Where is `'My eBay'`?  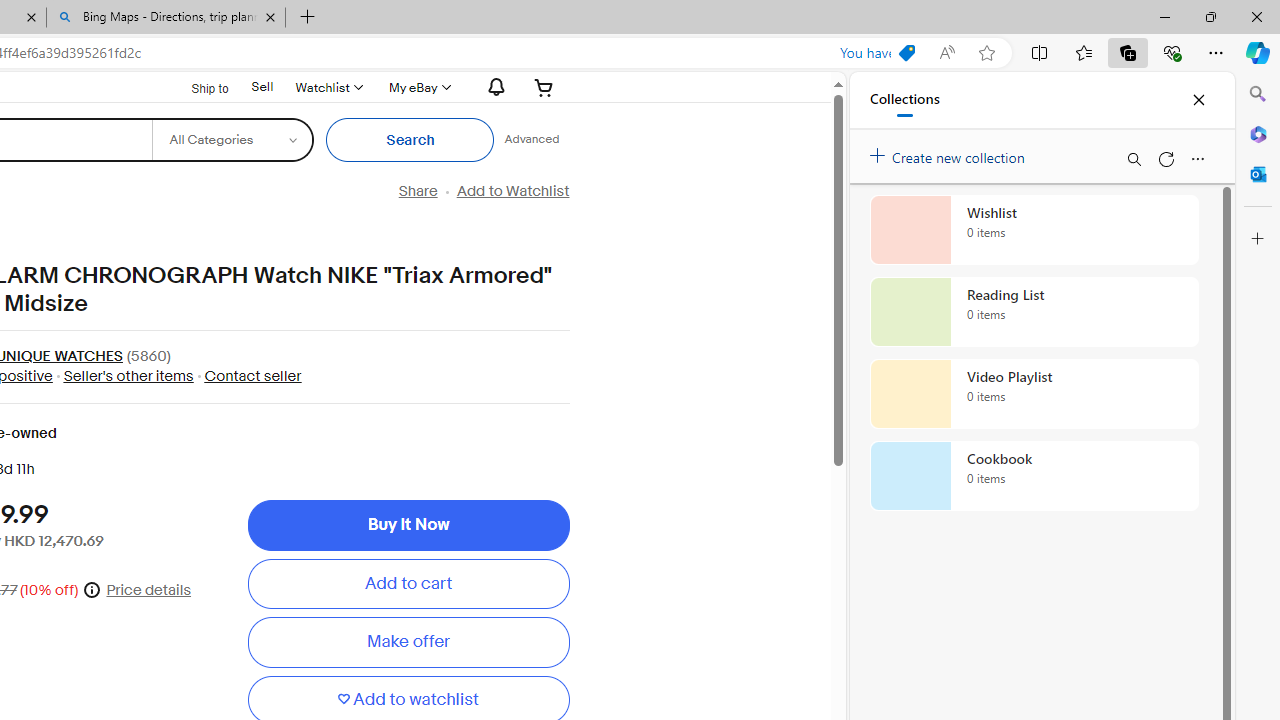
'My eBay' is located at coordinates (417, 86).